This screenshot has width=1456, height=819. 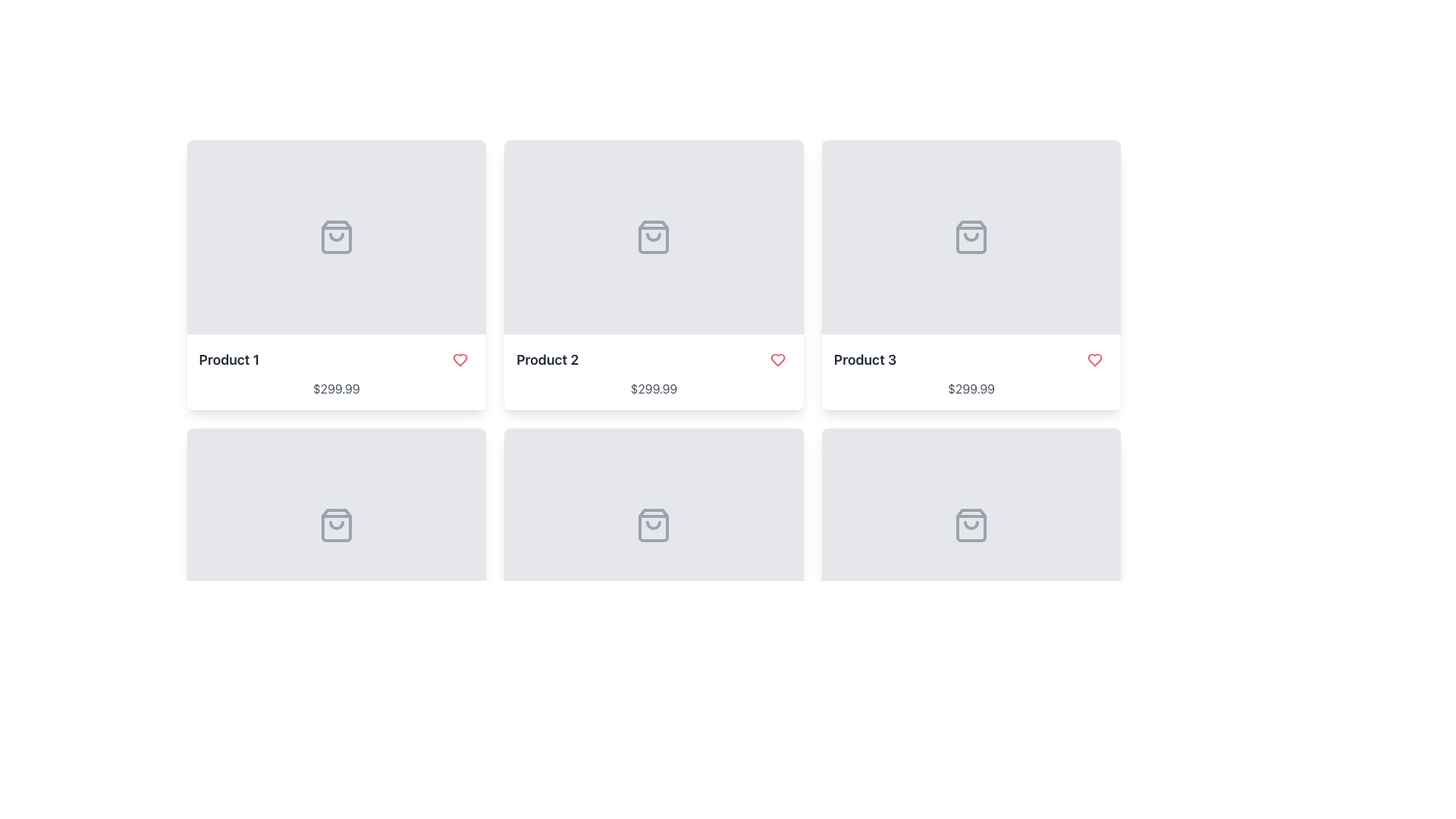 What do you see at coordinates (971, 525) in the screenshot?
I see `the shopping-related icon located in the second row and third column of the product card grid` at bounding box center [971, 525].